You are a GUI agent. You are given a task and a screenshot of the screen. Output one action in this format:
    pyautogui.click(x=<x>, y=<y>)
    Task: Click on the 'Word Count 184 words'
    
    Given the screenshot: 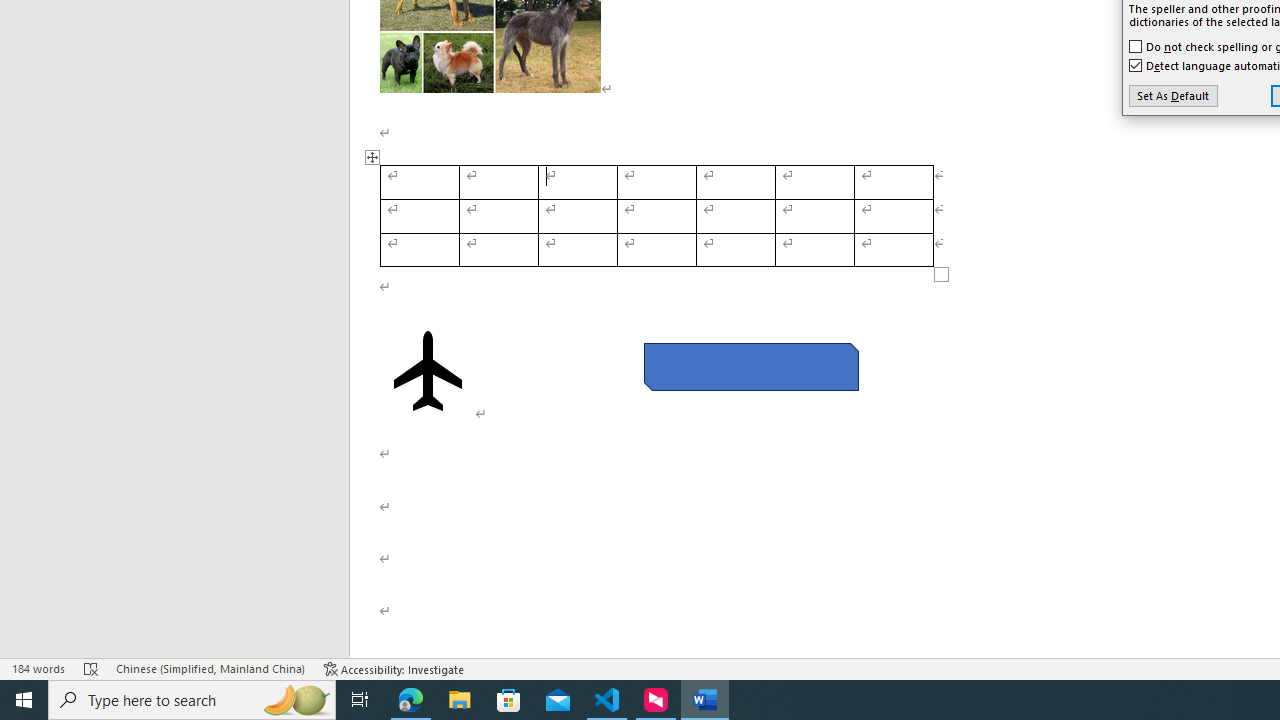 What is the action you would take?
    pyautogui.click(x=38, y=669)
    